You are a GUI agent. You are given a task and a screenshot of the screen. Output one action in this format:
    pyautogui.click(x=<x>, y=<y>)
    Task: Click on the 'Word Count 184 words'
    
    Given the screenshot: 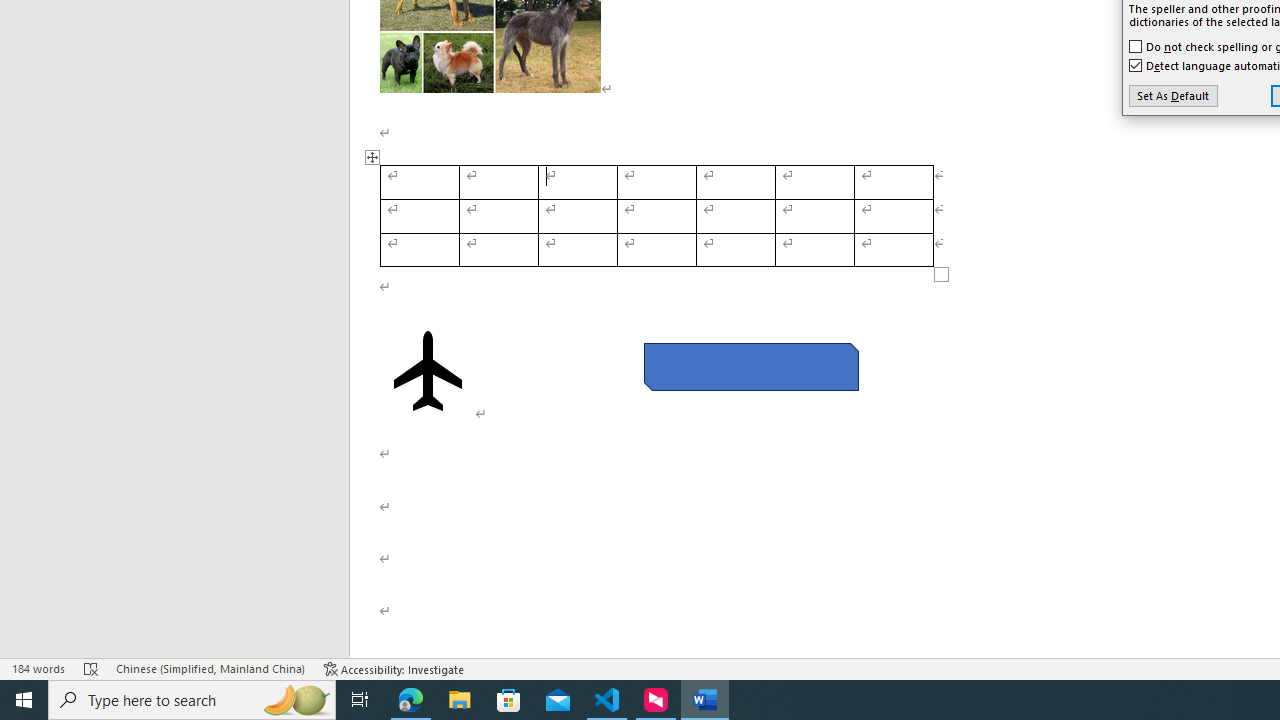 What is the action you would take?
    pyautogui.click(x=38, y=669)
    